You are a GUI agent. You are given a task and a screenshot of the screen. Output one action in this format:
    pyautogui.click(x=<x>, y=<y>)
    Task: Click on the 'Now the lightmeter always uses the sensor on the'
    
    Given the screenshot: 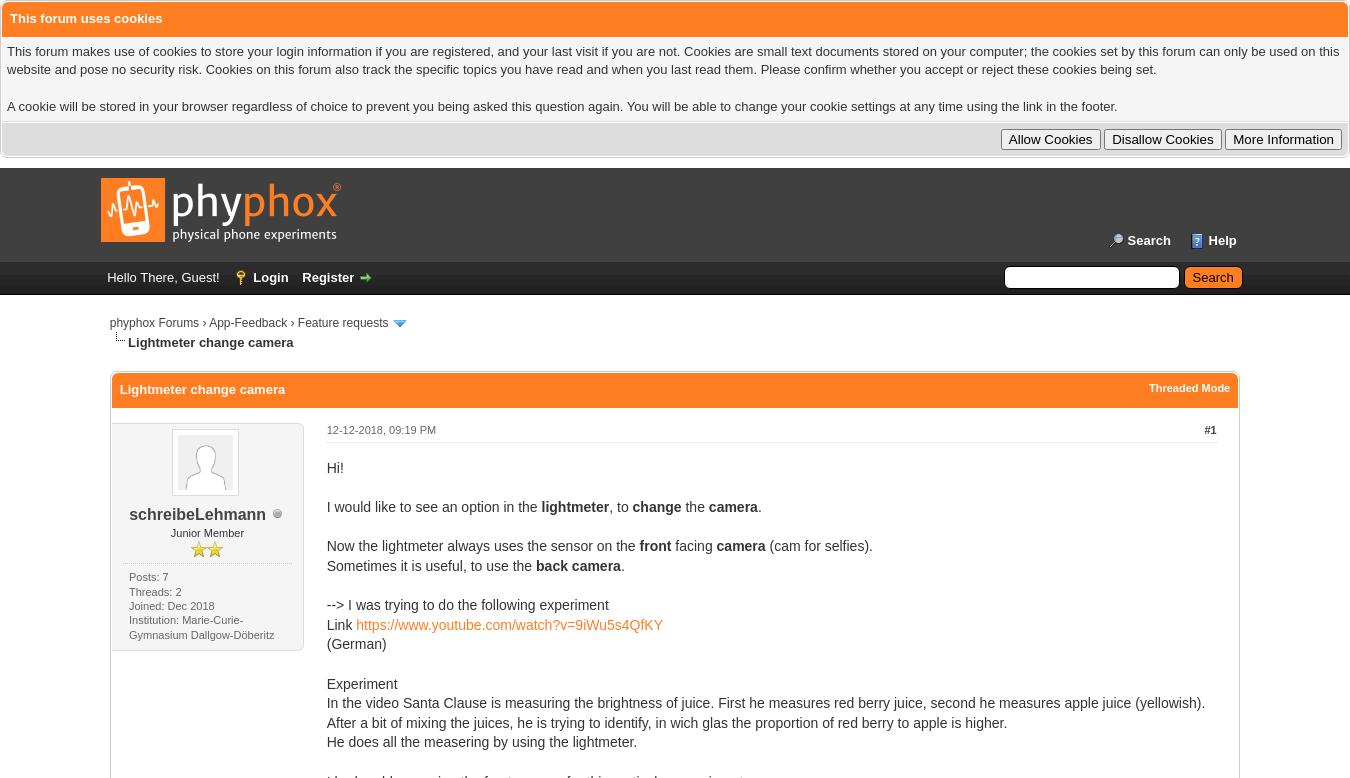 What is the action you would take?
    pyautogui.click(x=481, y=546)
    